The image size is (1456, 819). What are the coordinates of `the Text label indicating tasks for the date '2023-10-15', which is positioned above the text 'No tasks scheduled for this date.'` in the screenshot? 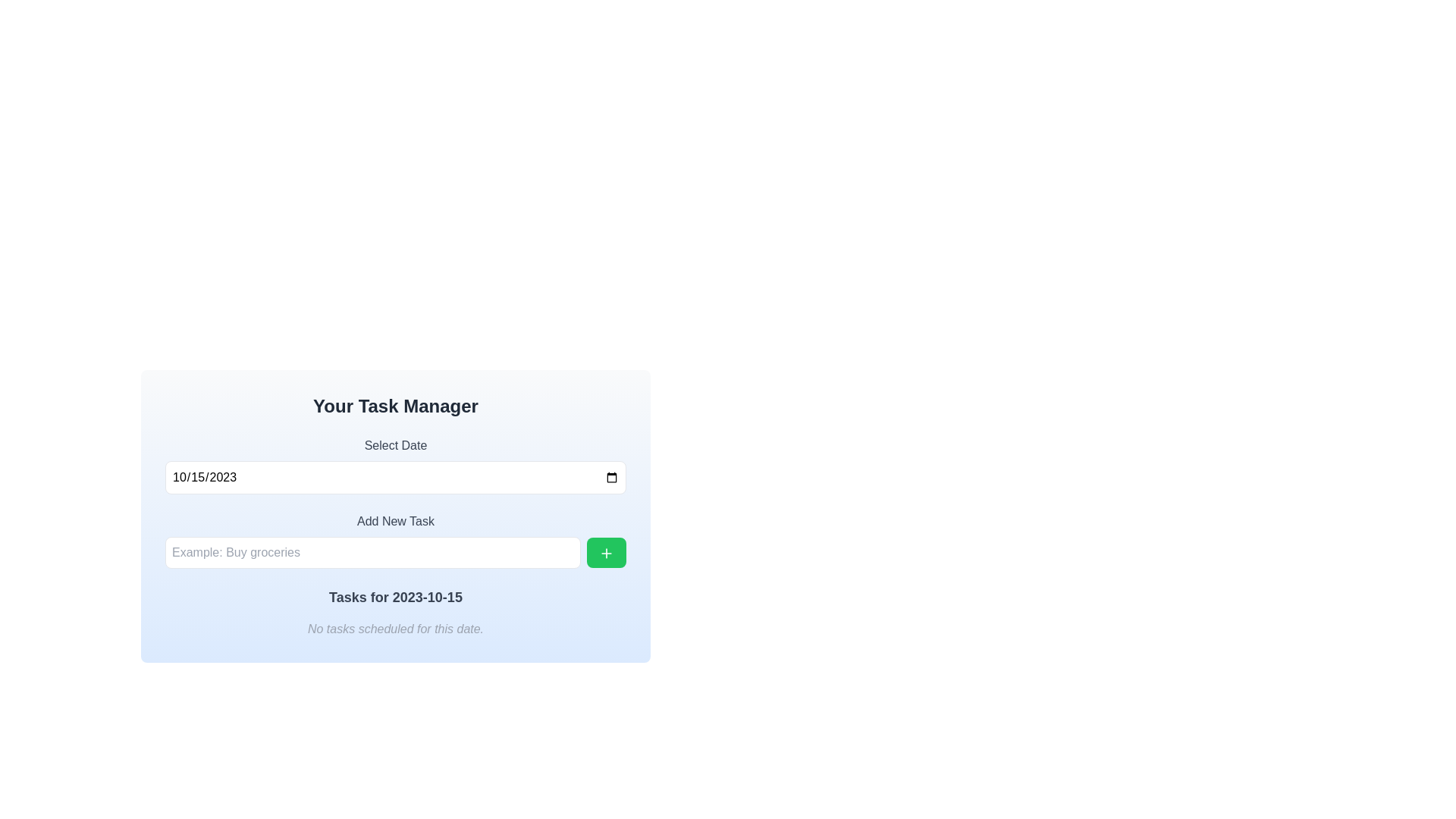 It's located at (396, 596).